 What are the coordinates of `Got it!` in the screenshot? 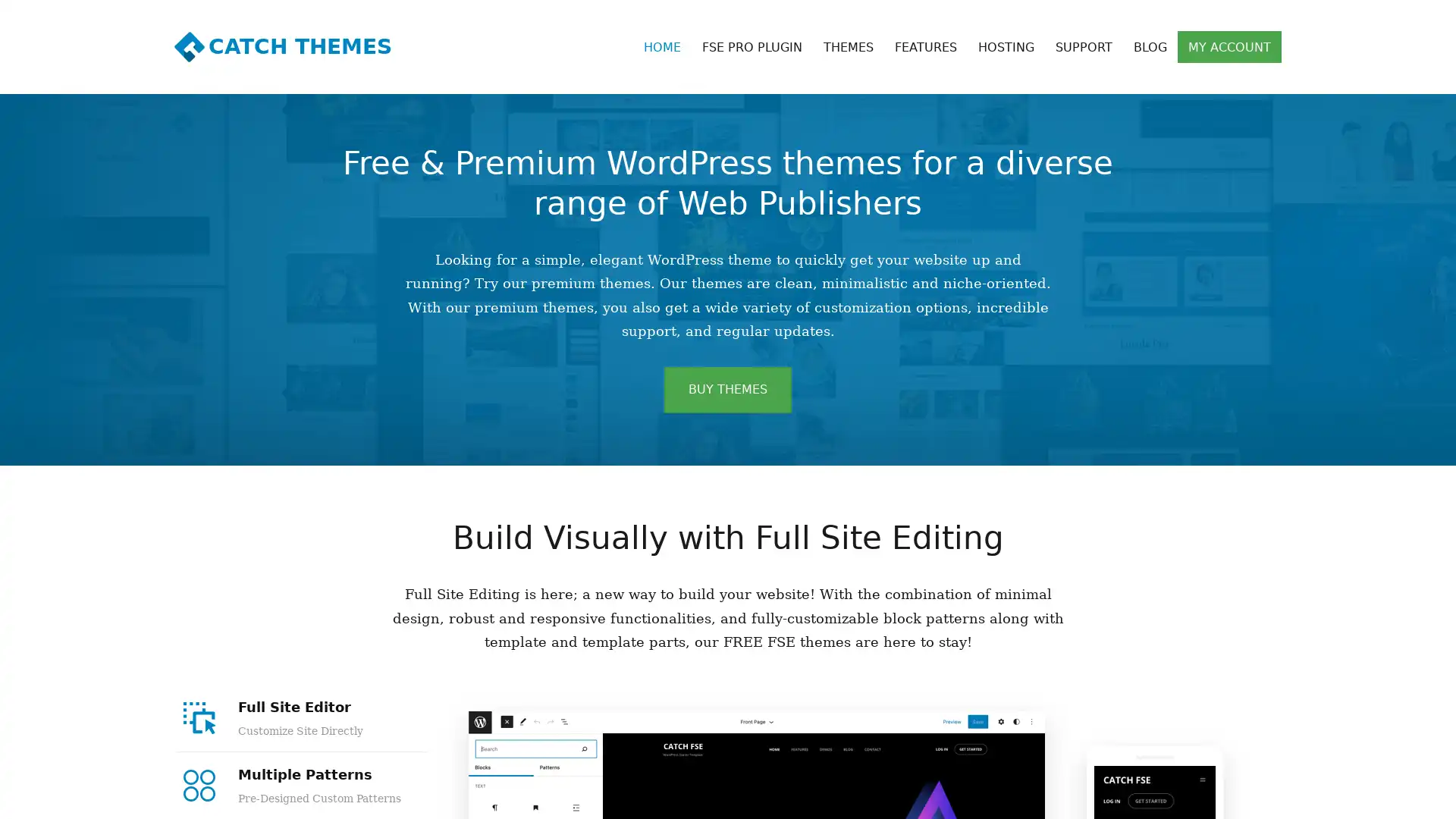 It's located at (1411, 799).